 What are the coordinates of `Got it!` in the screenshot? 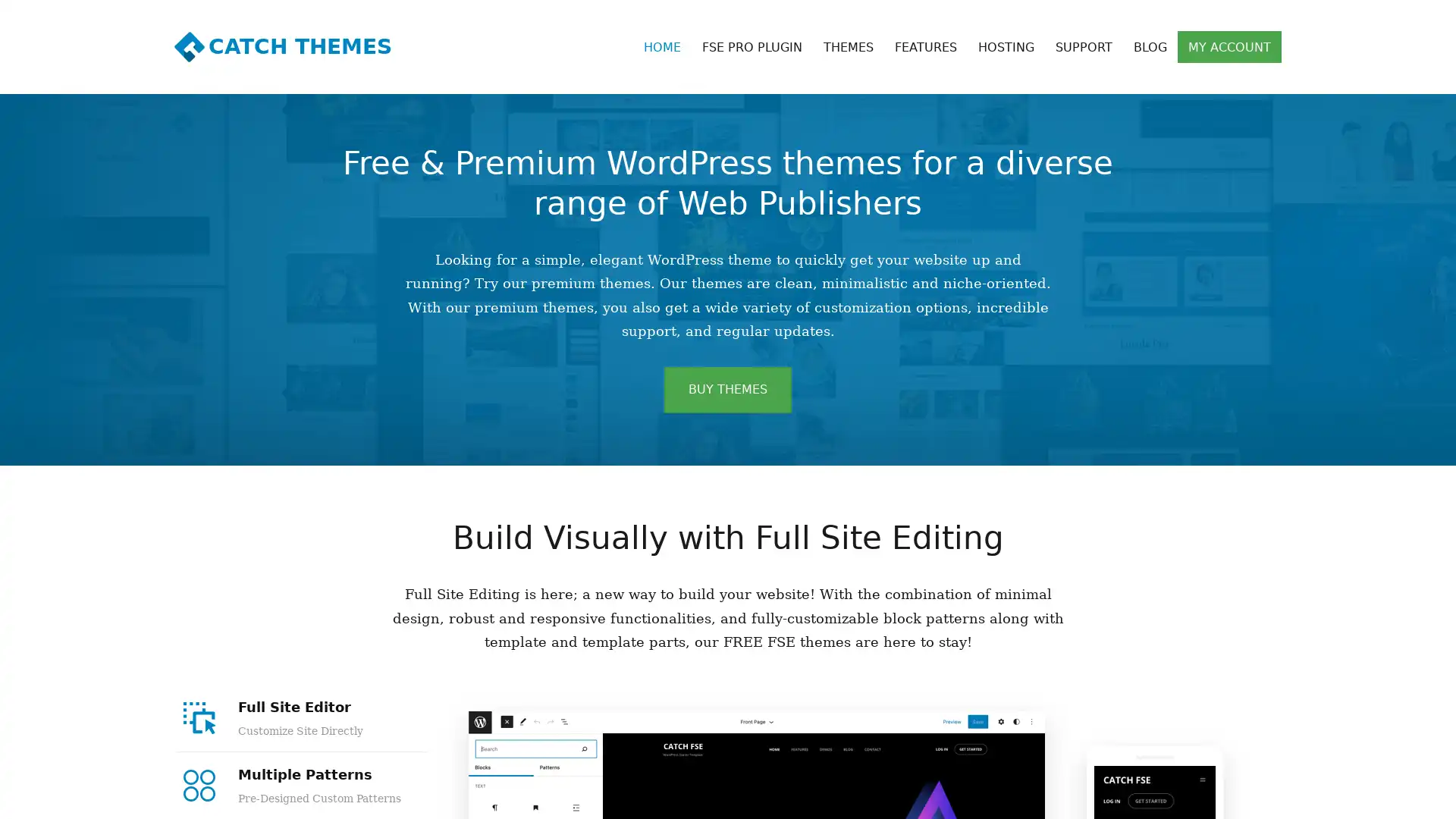 It's located at (1411, 799).